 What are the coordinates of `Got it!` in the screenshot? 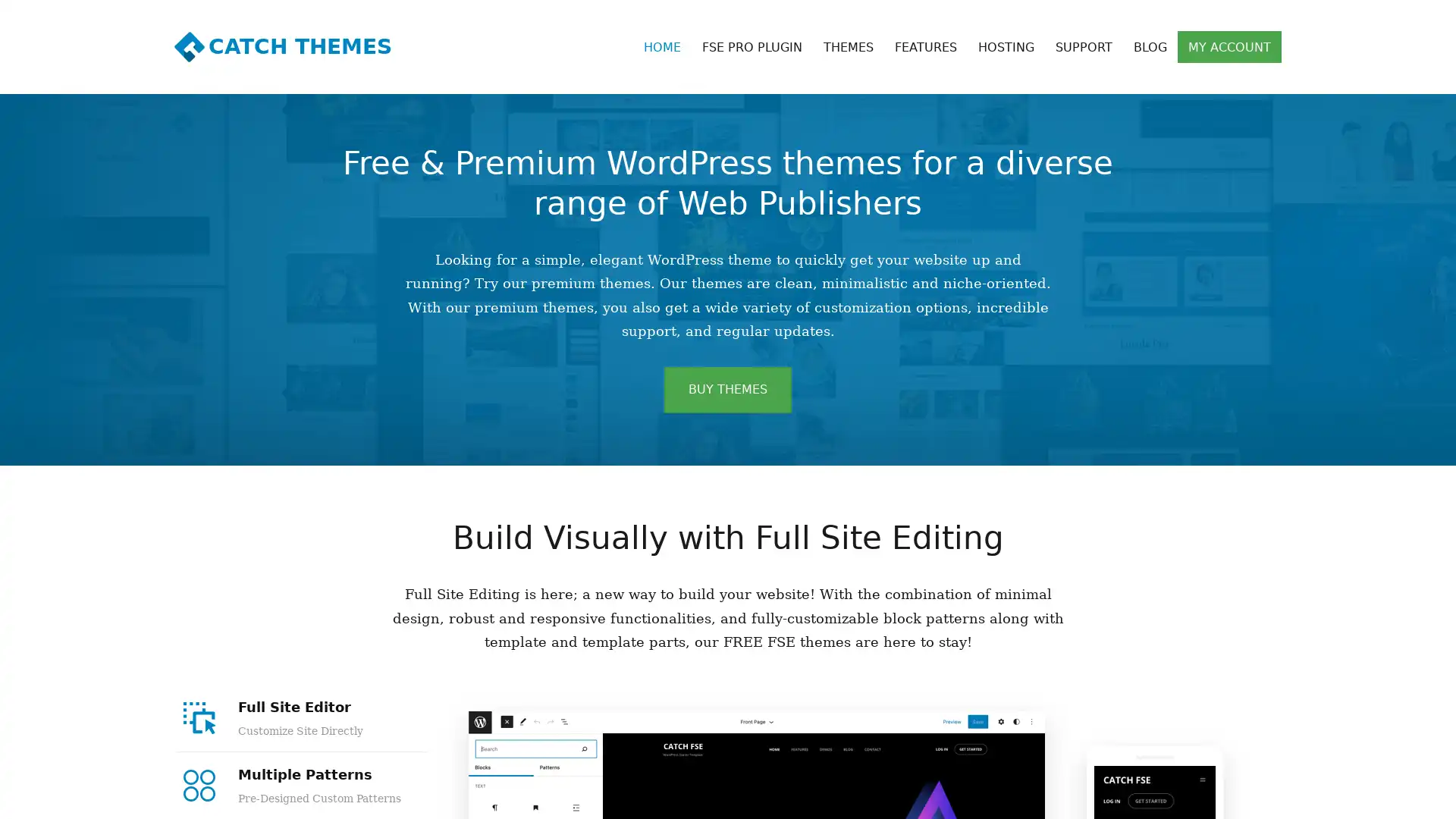 It's located at (1411, 799).